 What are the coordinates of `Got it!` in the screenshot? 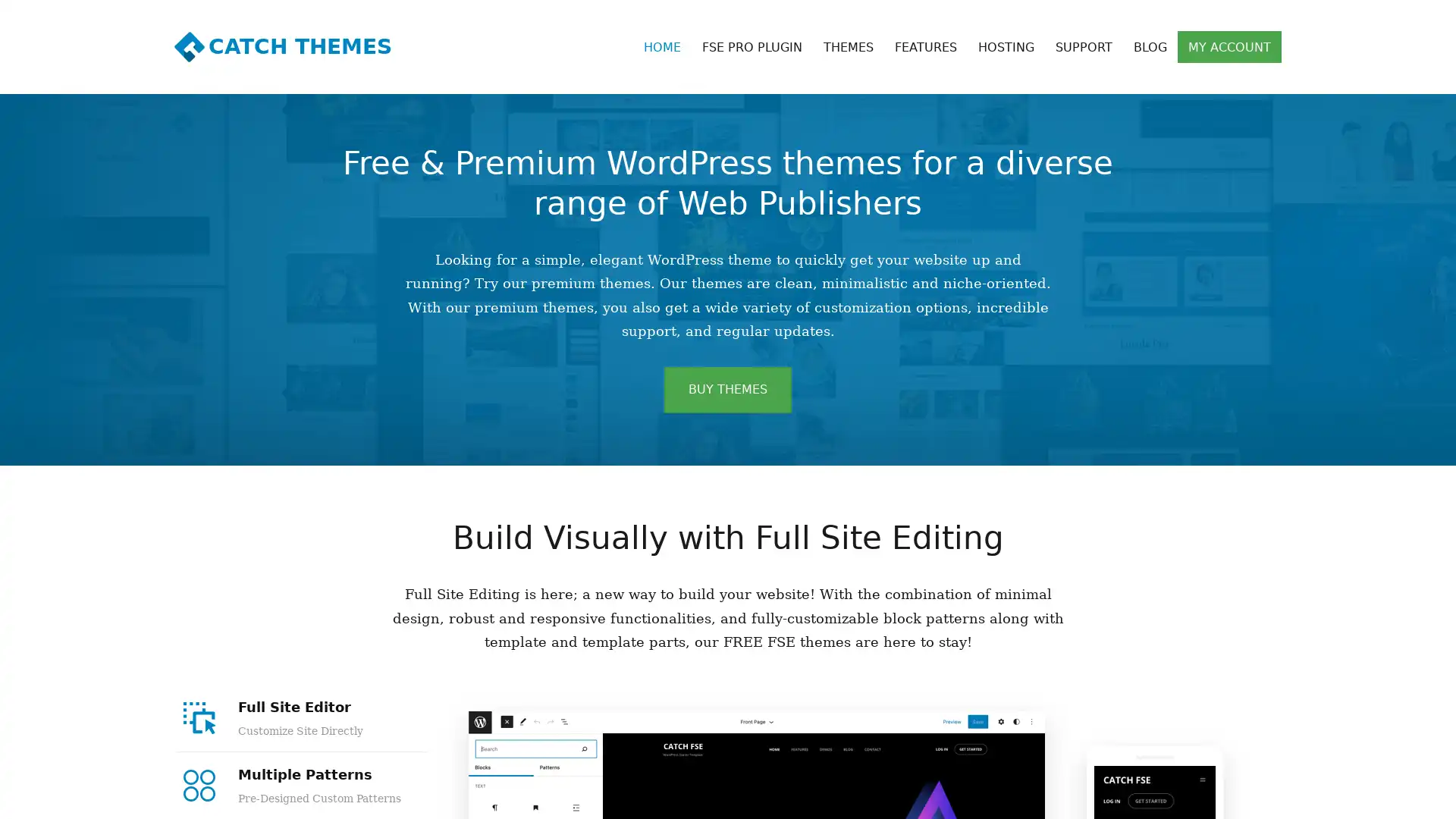 It's located at (1411, 799).